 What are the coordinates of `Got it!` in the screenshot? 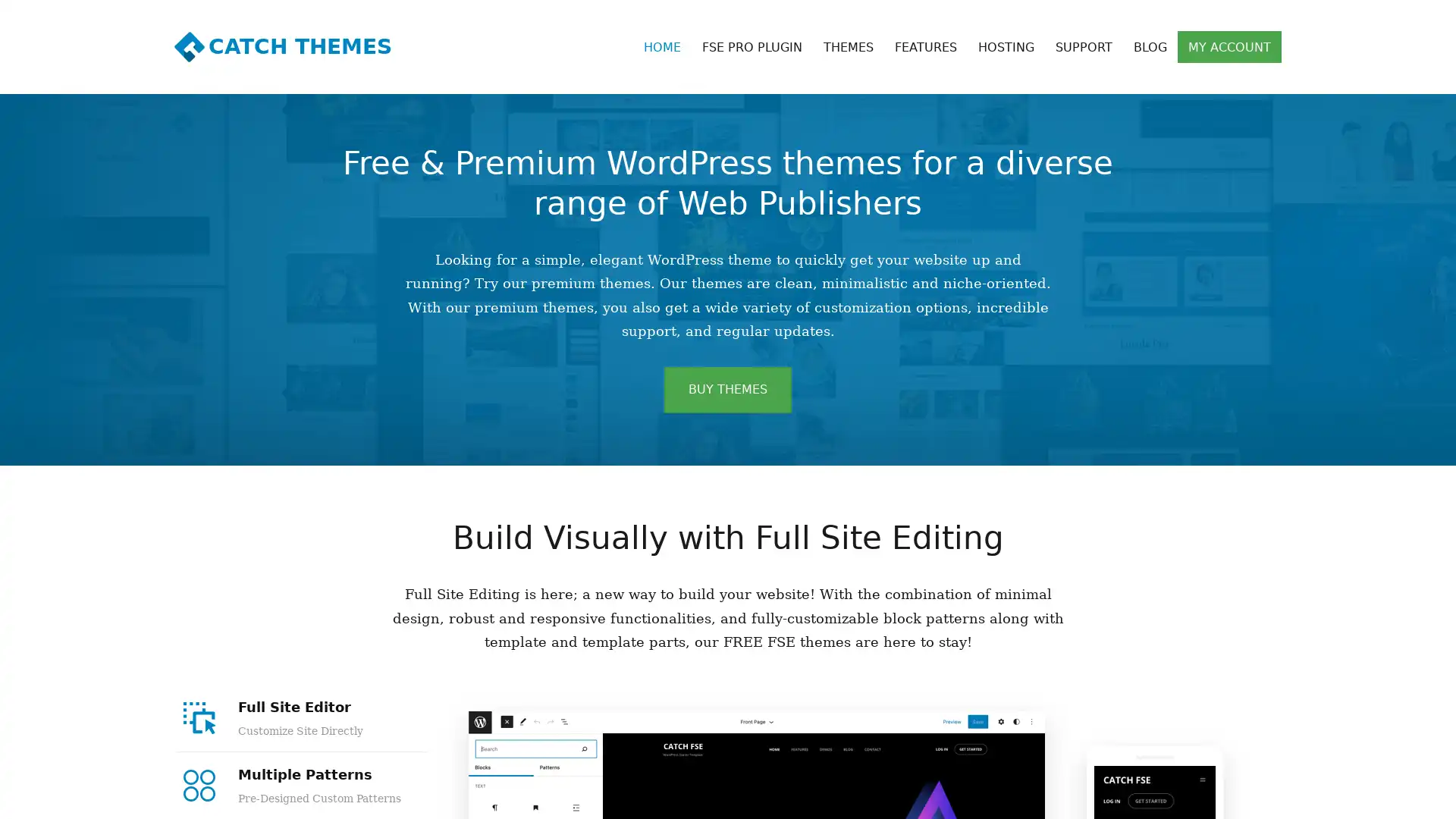 It's located at (1411, 799).